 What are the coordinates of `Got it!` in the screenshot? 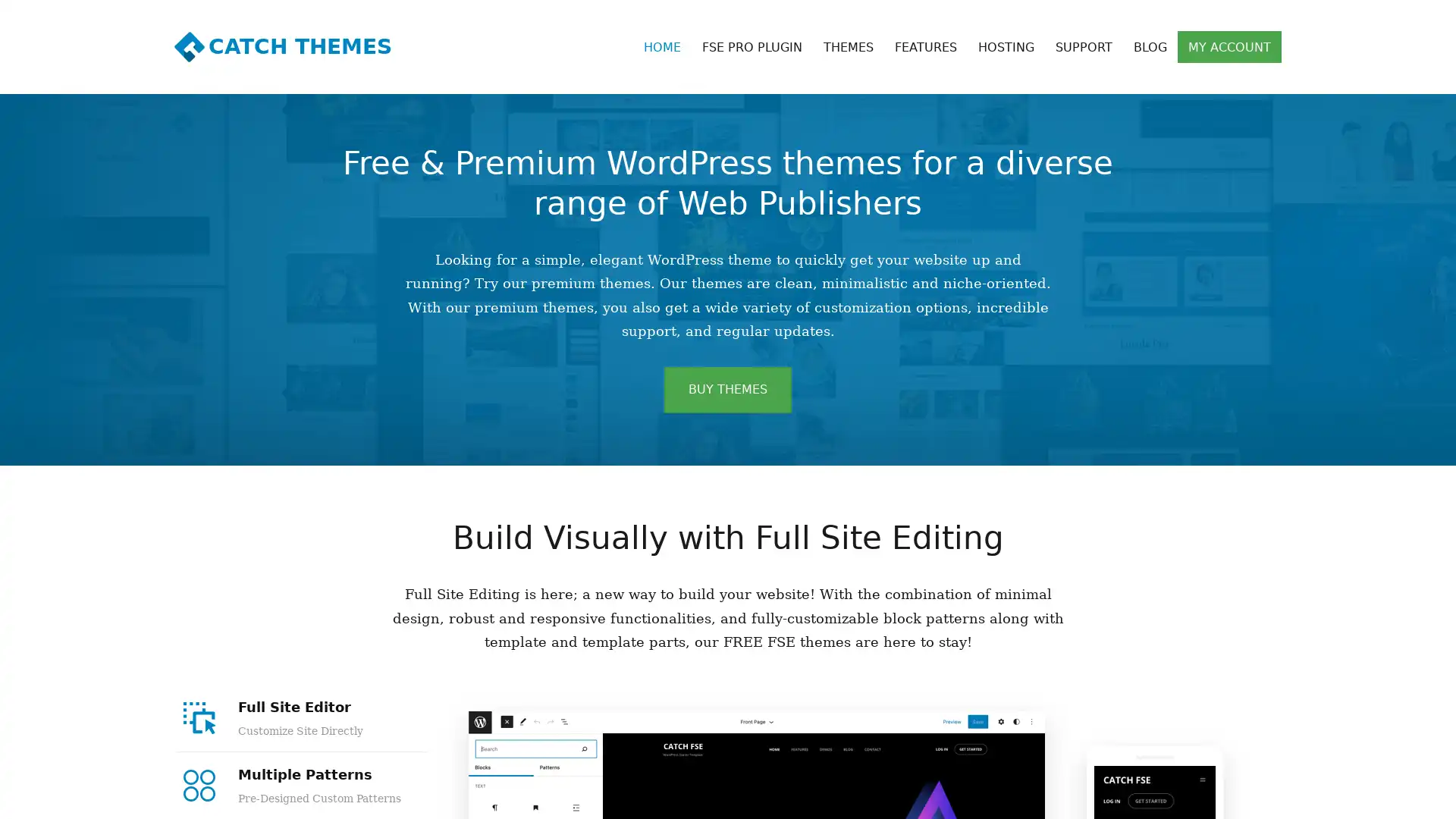 It's located at (1411, 799).